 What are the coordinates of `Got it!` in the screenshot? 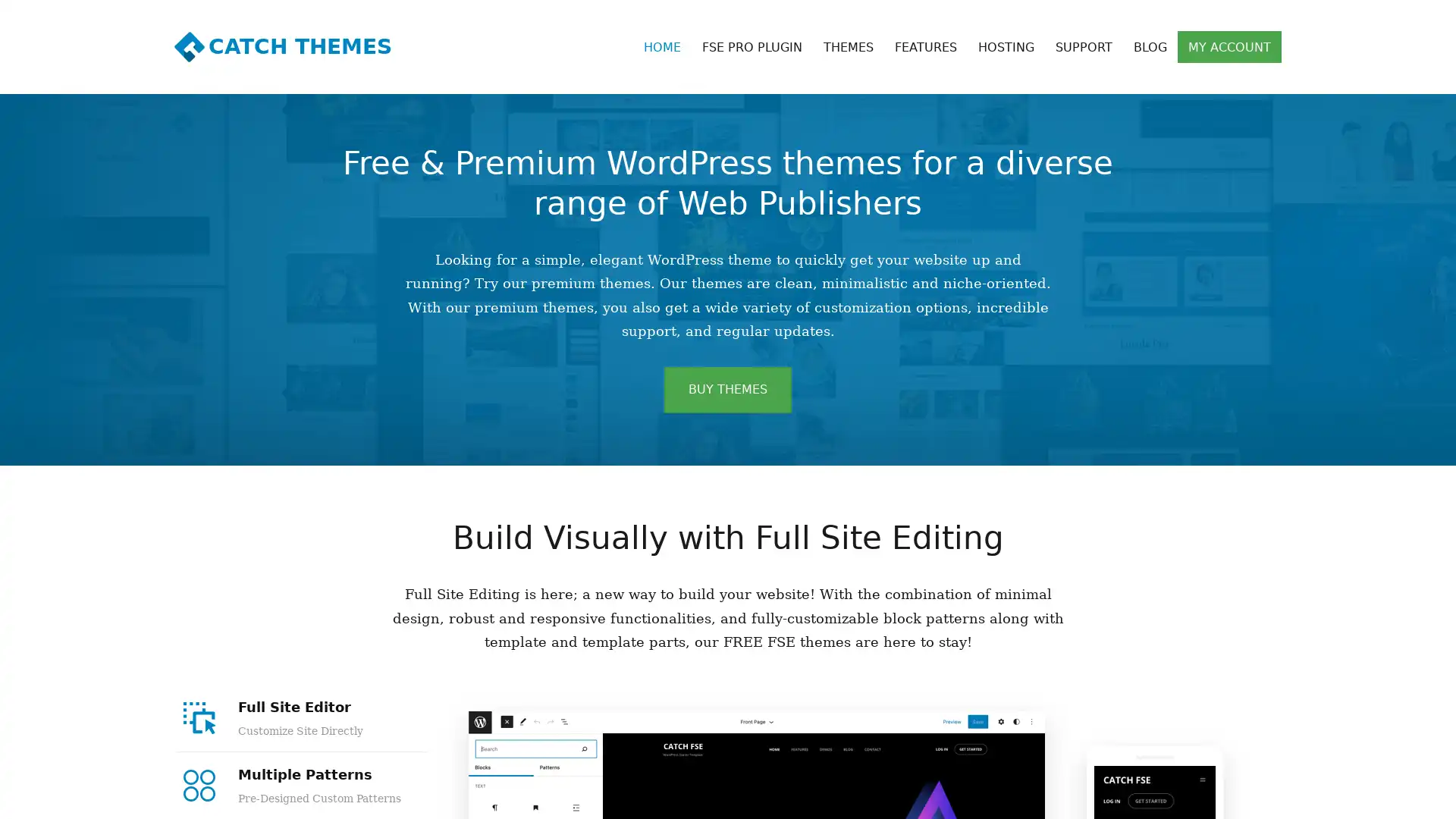 It's located at (1411, 799).